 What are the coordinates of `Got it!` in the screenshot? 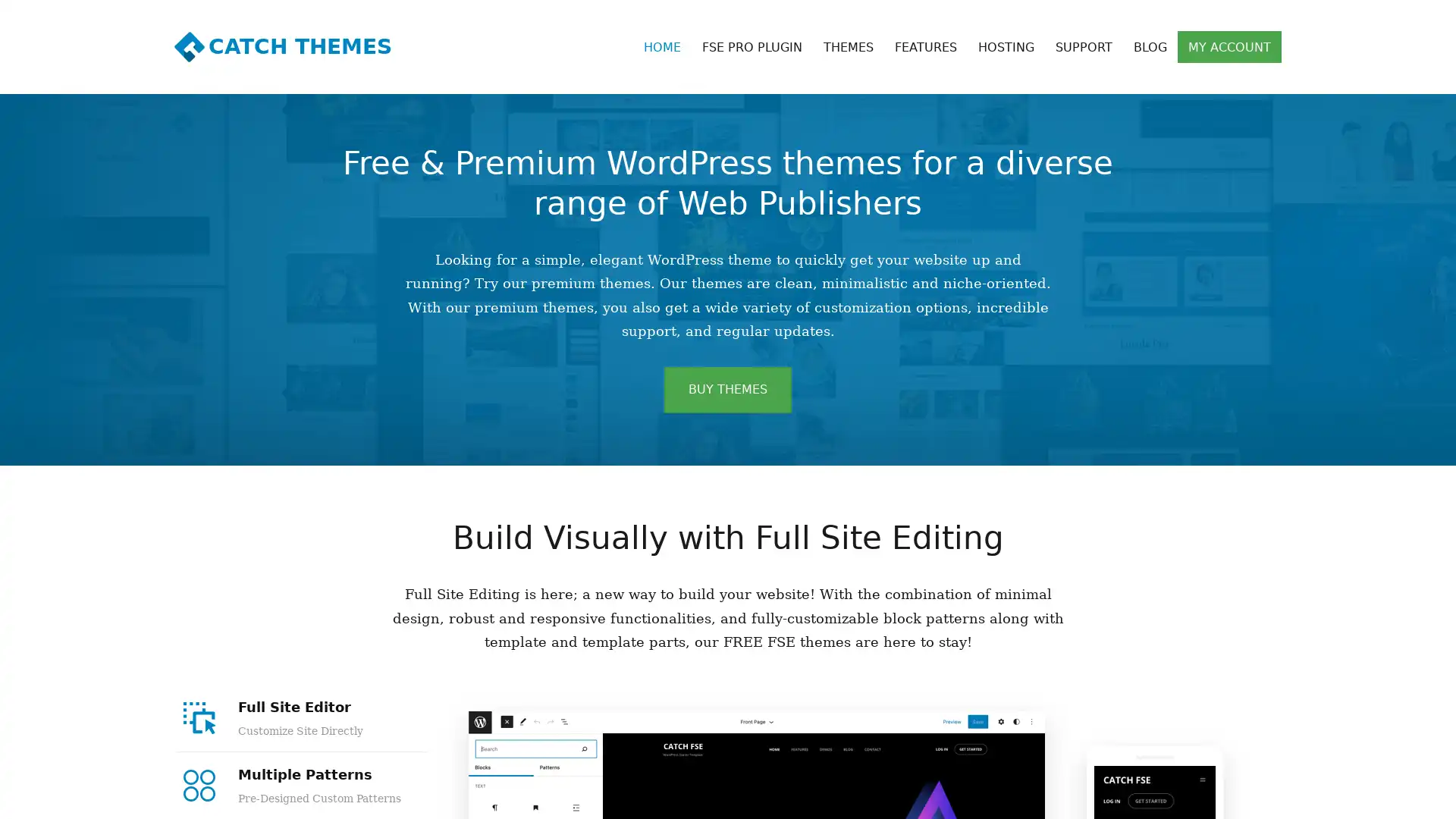 It's located at (1411, 799).